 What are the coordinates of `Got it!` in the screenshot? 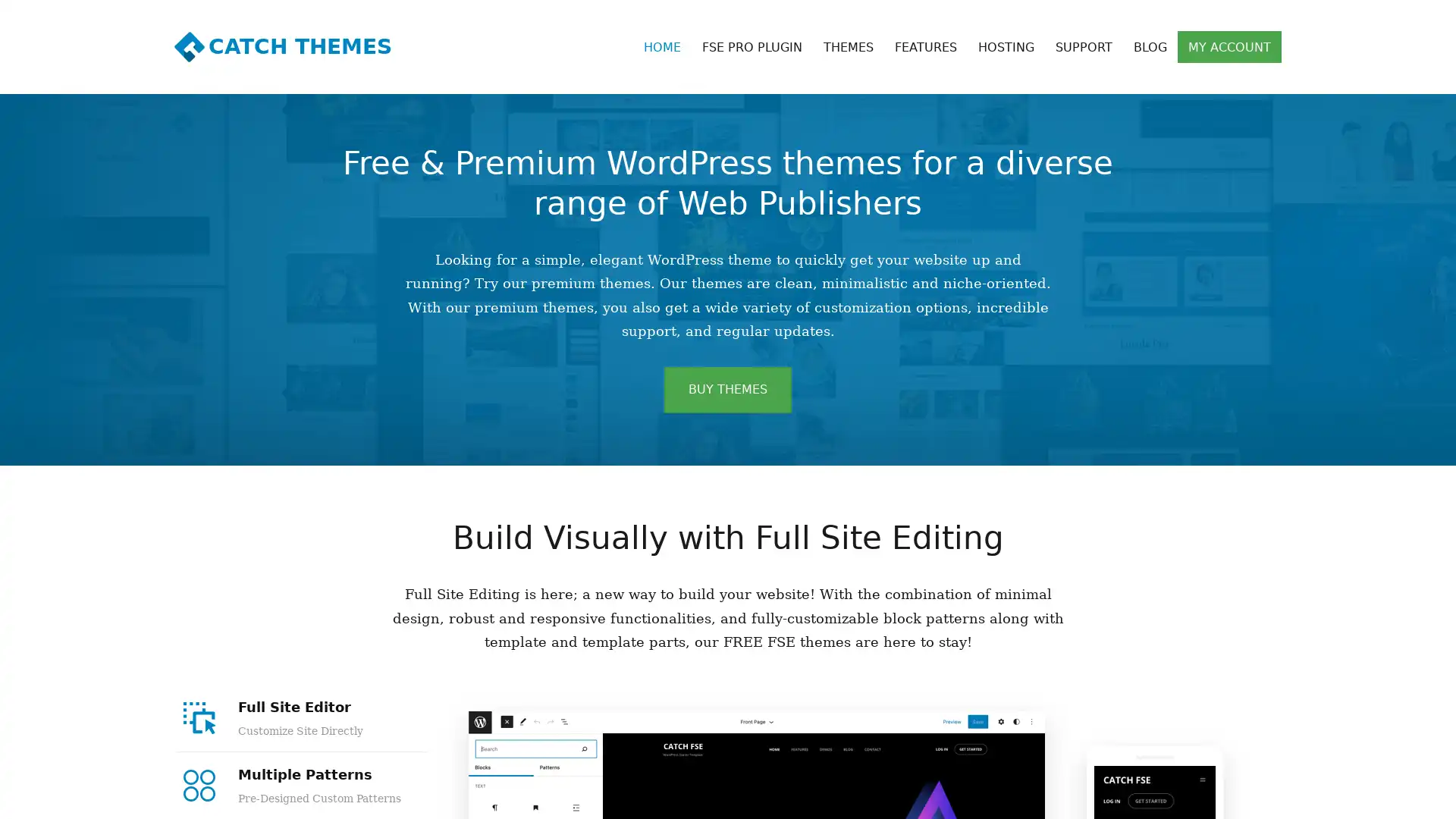 It's located at (1411, 799).